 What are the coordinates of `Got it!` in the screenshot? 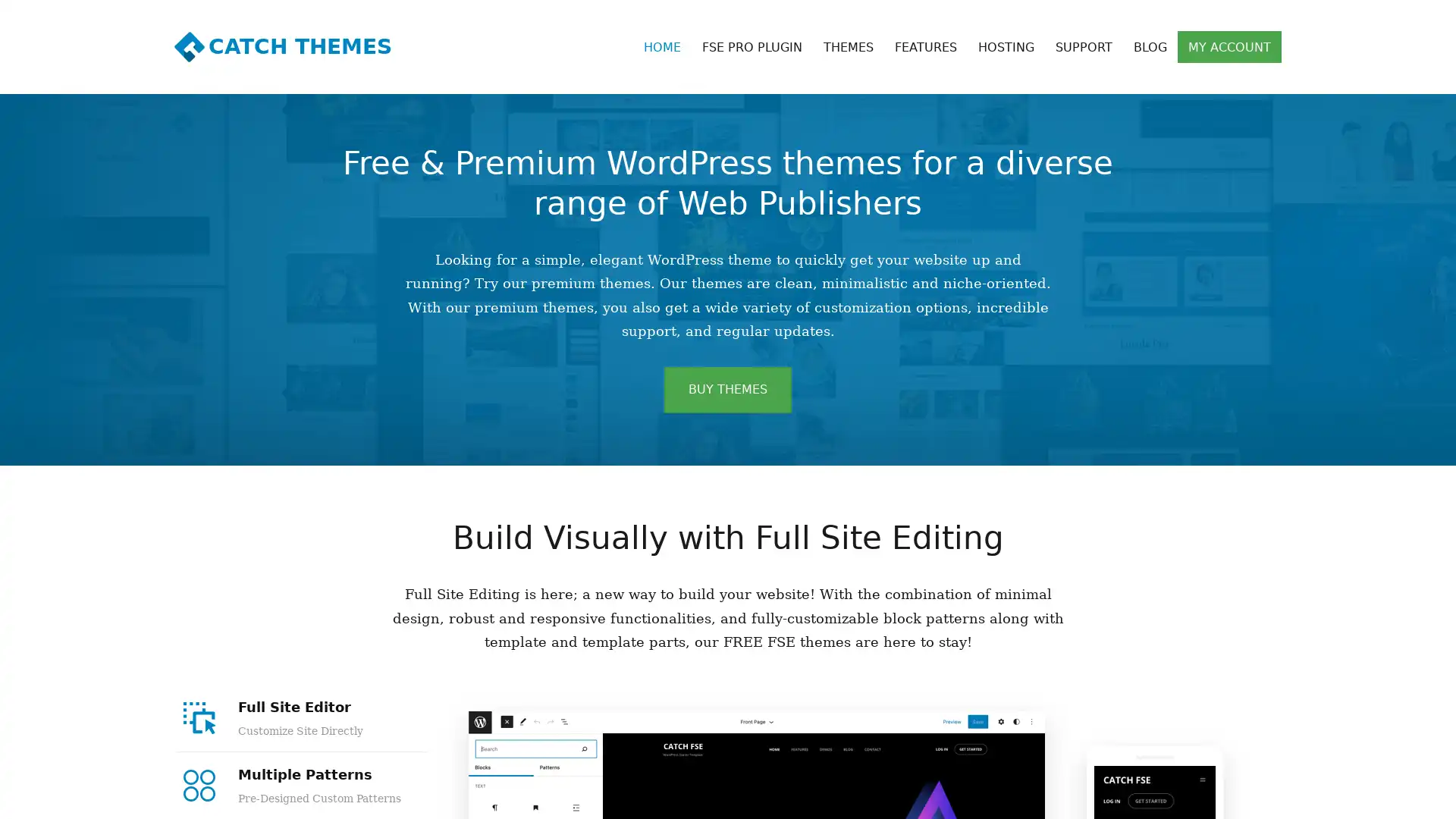 It's located at (1411, 799).